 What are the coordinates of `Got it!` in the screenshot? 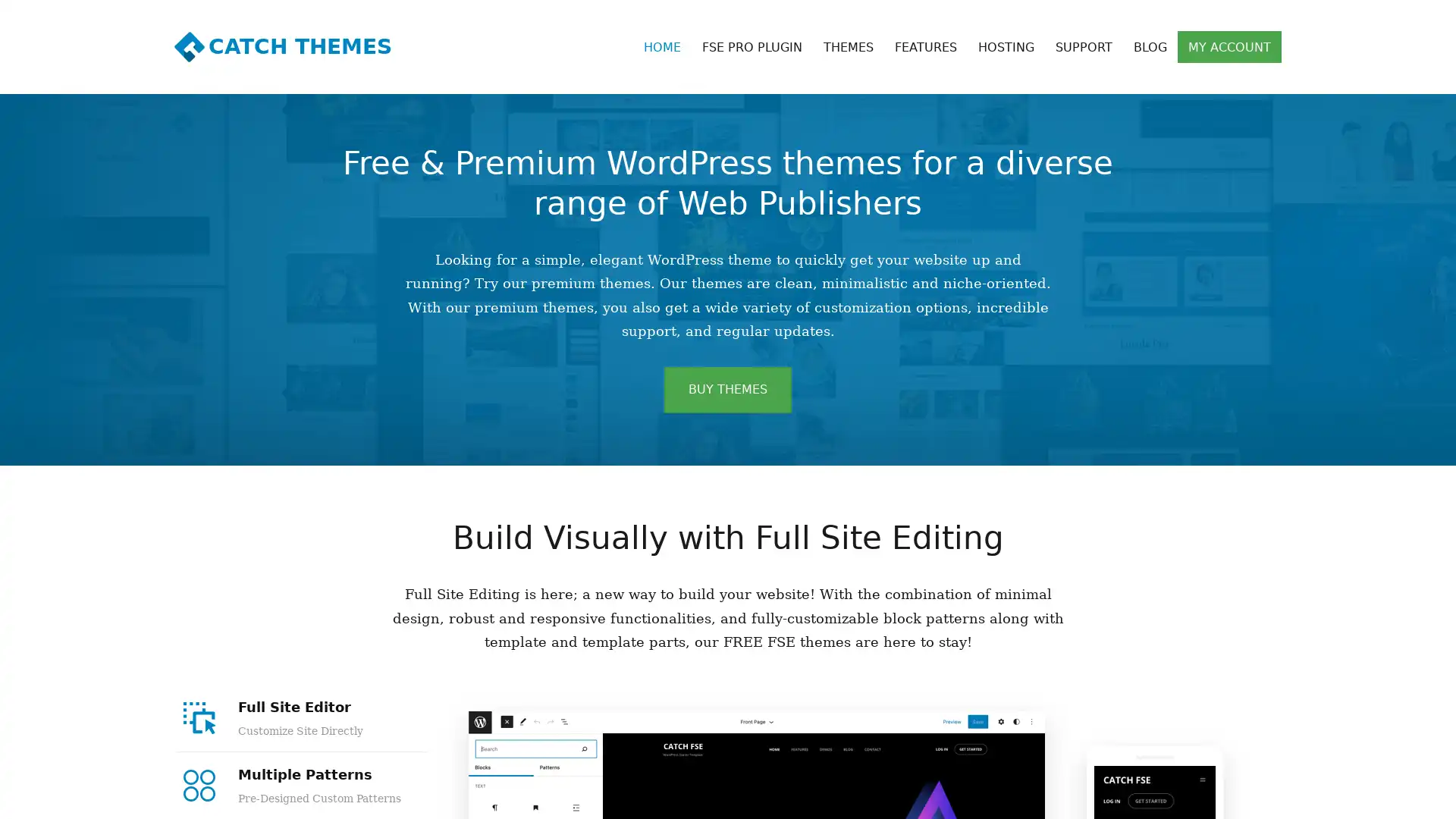 It's located at (1411, 799).